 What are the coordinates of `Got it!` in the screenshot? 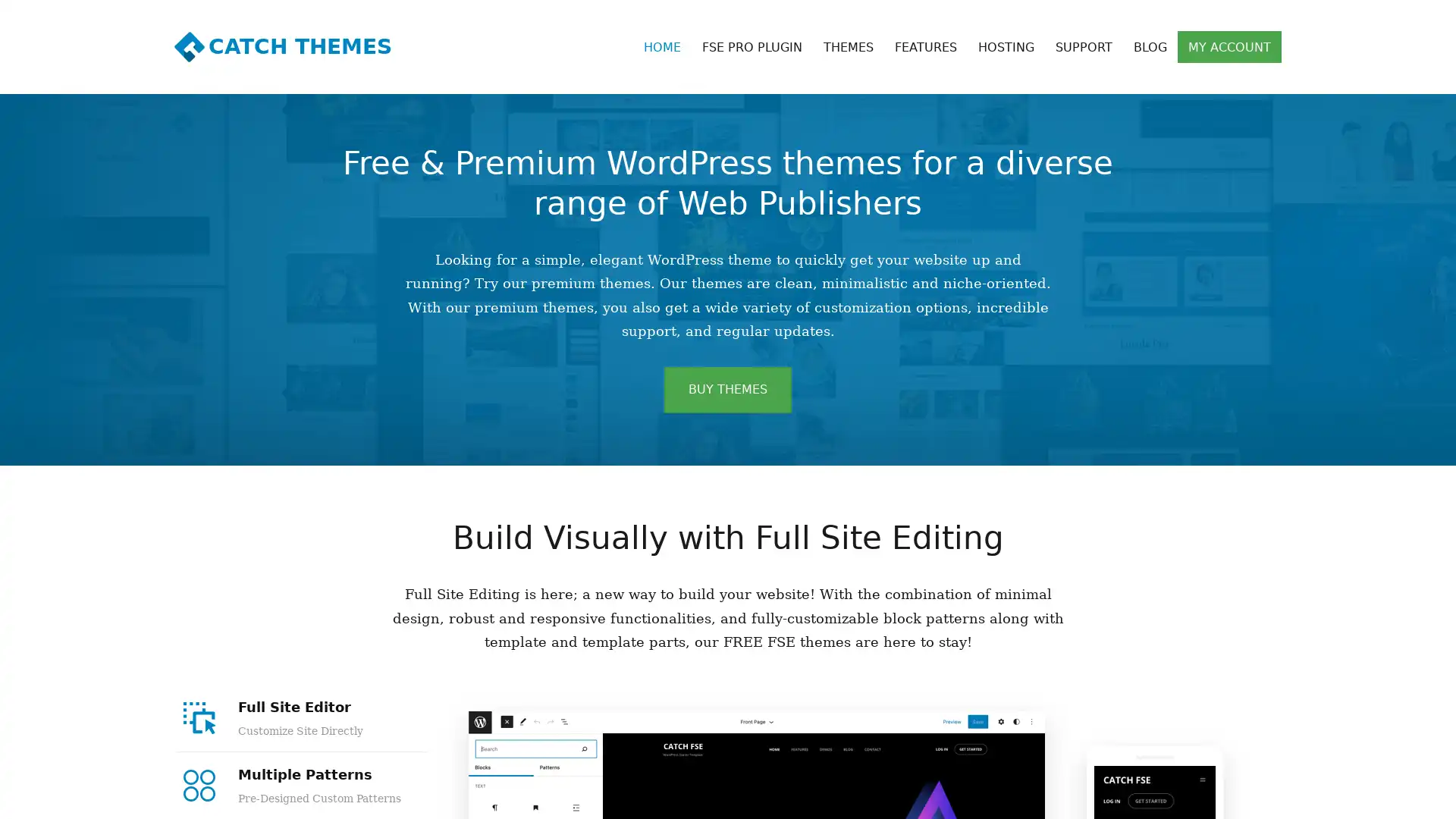 It's located at (1411, 799).